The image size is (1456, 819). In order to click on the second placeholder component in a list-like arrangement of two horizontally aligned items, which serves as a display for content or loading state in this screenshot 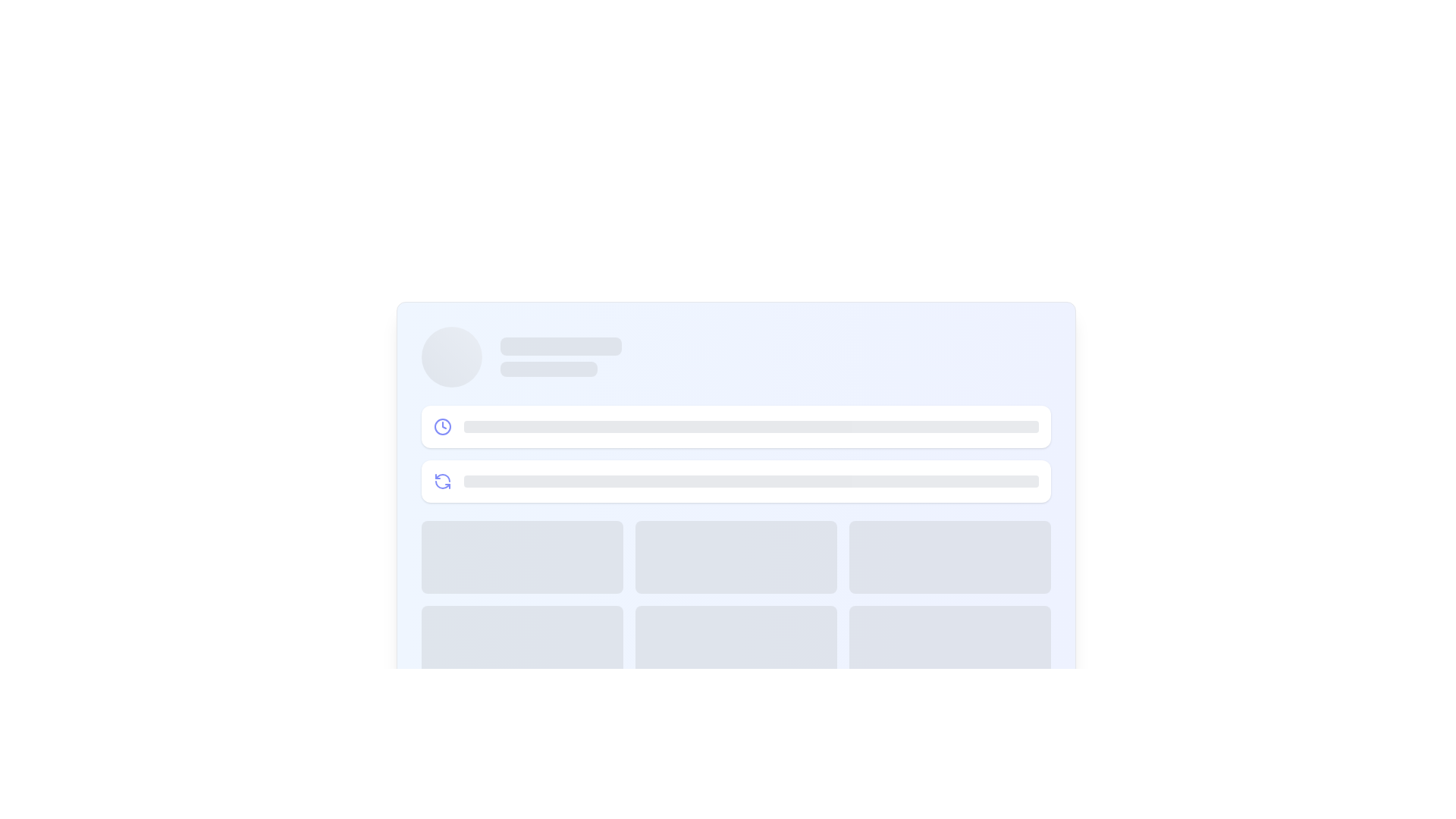, I will do `click(736, 482)`.